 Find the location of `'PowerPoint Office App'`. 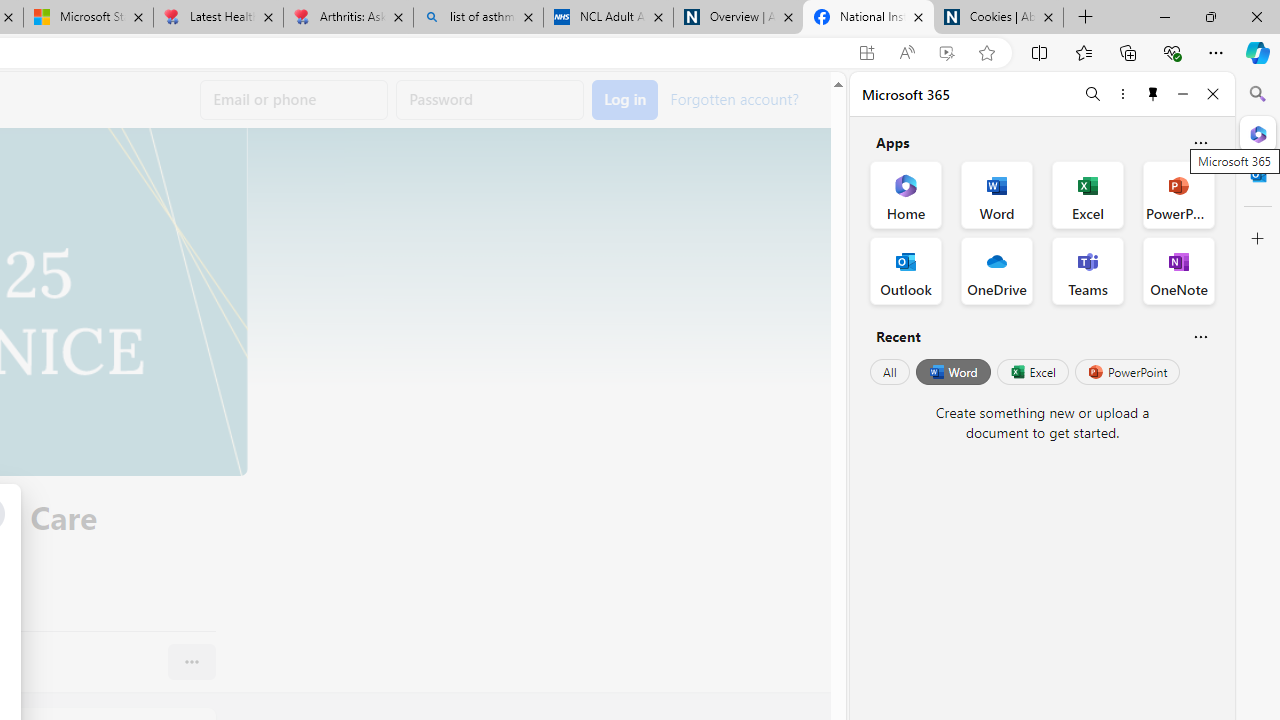

'PowerPoint Office App' is located at coordinates (1178, 195).